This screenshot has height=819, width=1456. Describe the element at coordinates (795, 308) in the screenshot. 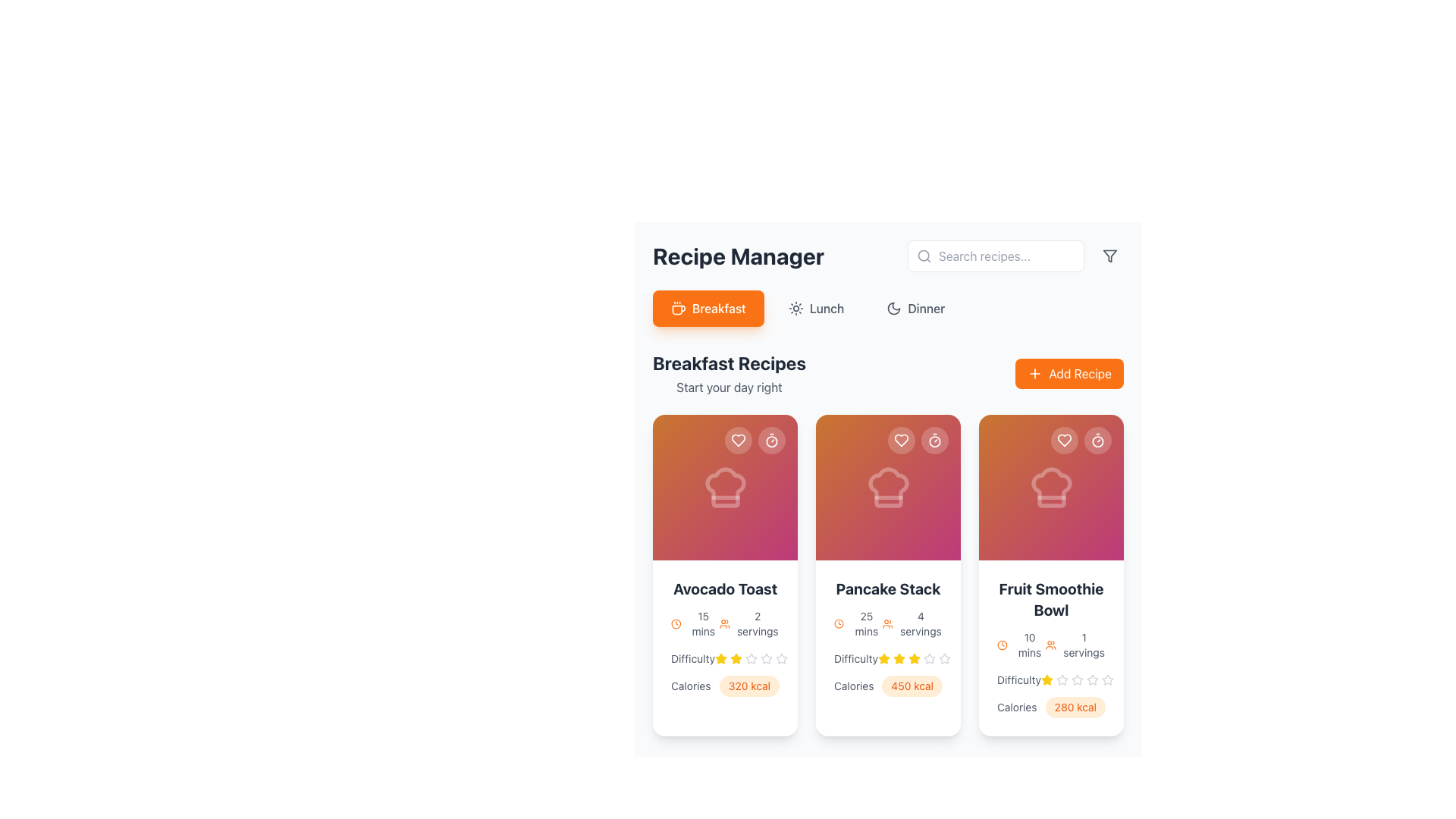

I see `the icon representing the lunch category located in the toolbar section to the right of the text 'Lunch'` at that location.